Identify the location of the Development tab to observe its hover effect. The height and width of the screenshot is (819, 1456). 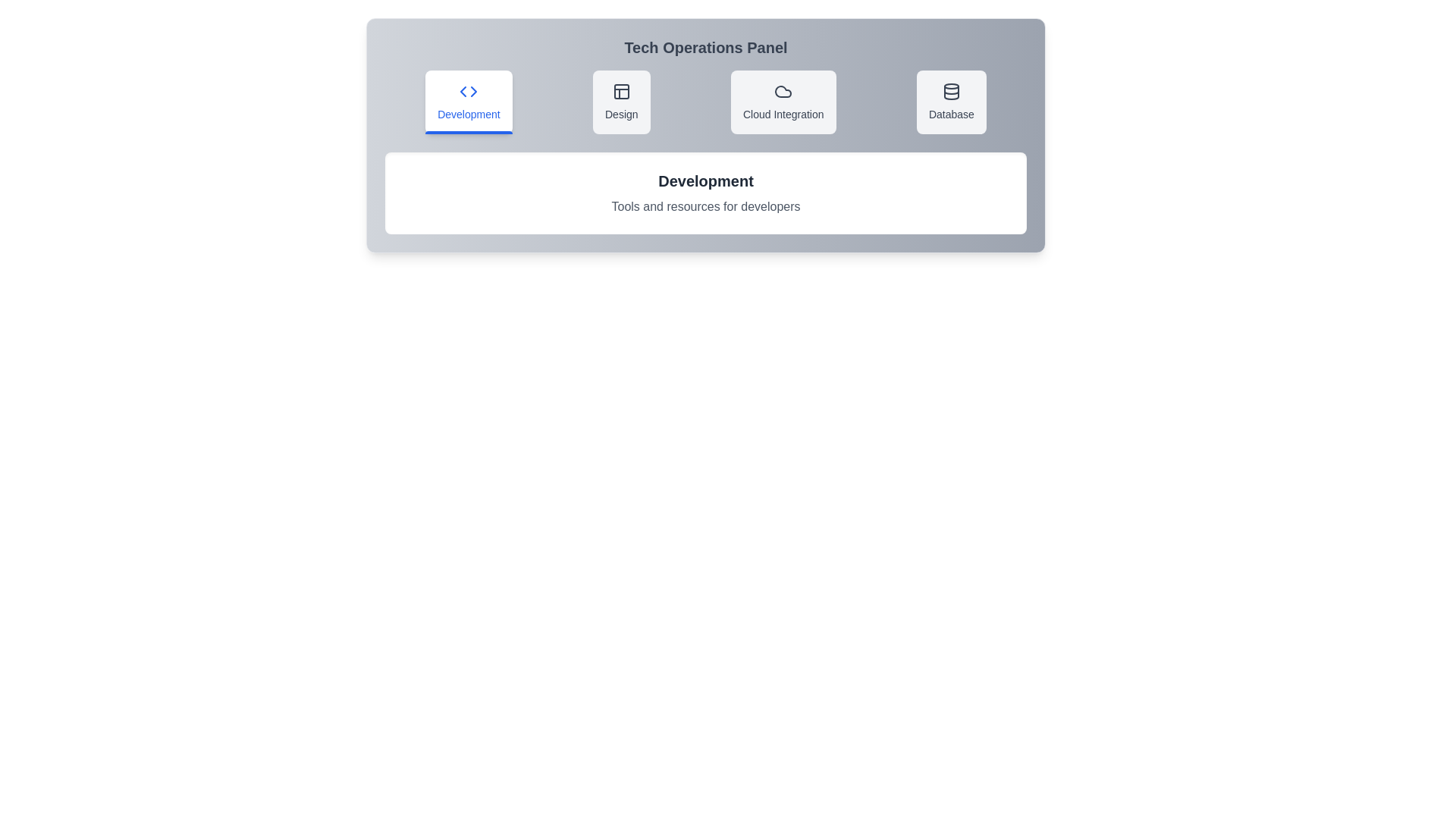
(468, 102).